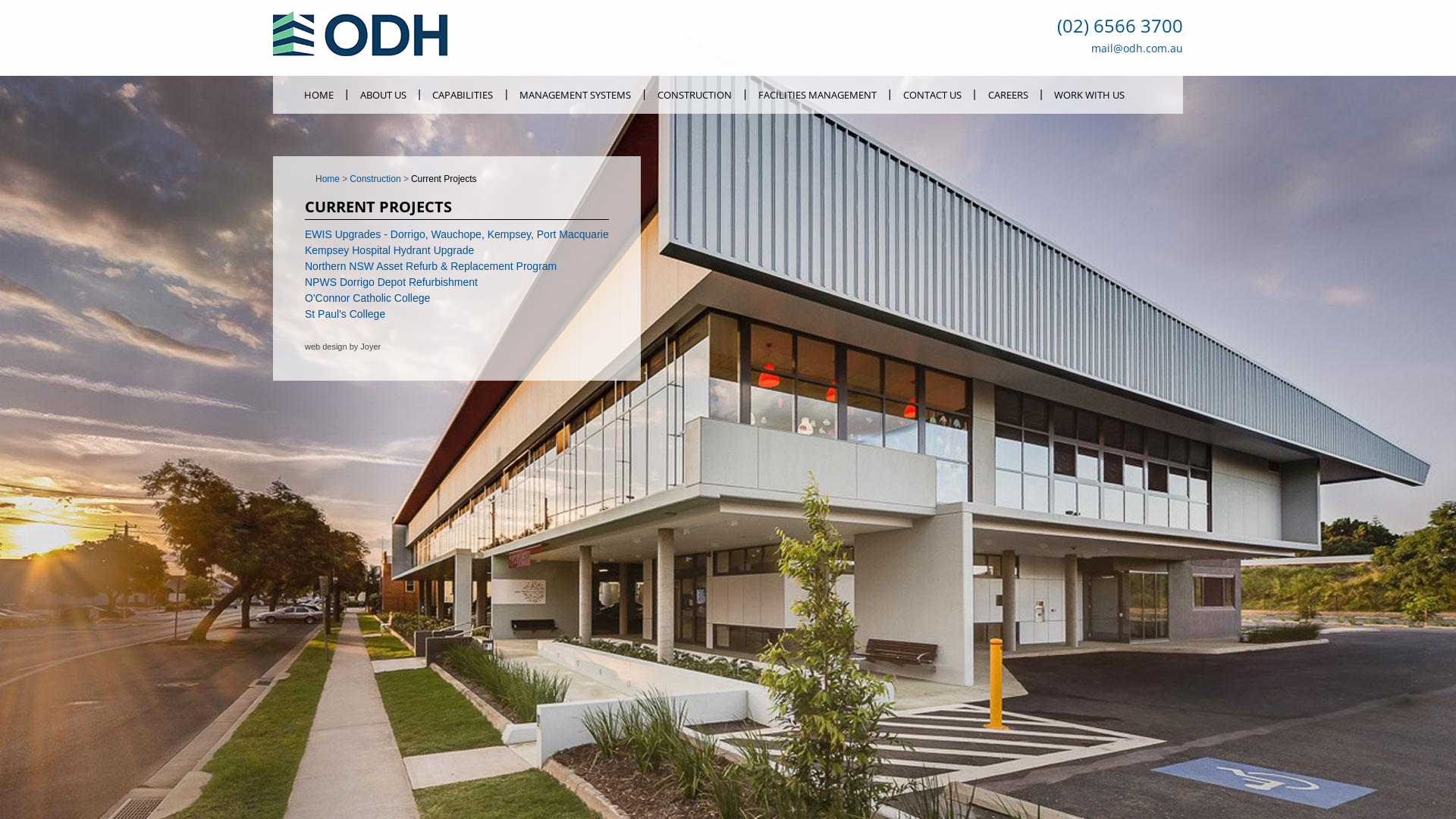 Image resolution: width=1456 pixels, height=819 pixels. I want to click on 'HOME', so click(291, 94).